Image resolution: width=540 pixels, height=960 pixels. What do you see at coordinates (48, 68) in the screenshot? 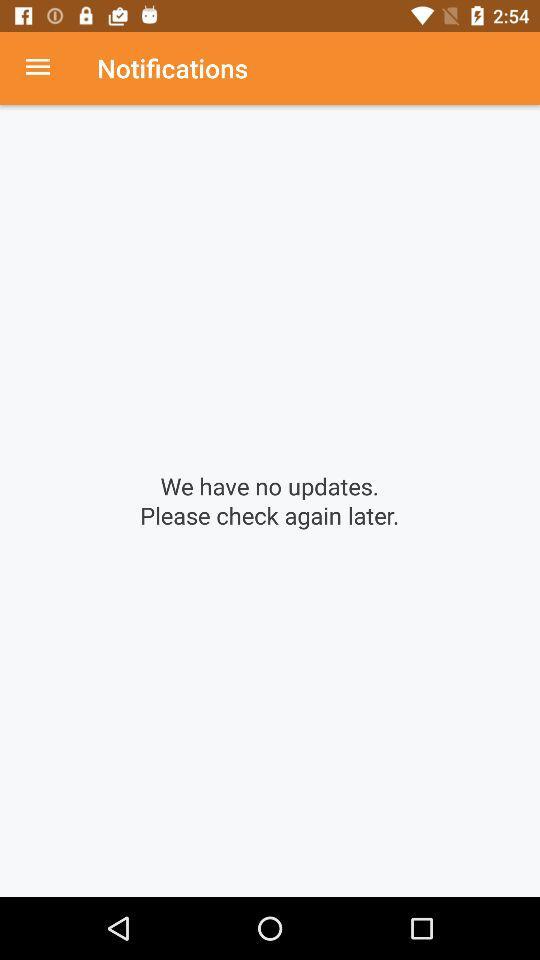
I see `item to the left of notifications` at bounding box center [48, 68].